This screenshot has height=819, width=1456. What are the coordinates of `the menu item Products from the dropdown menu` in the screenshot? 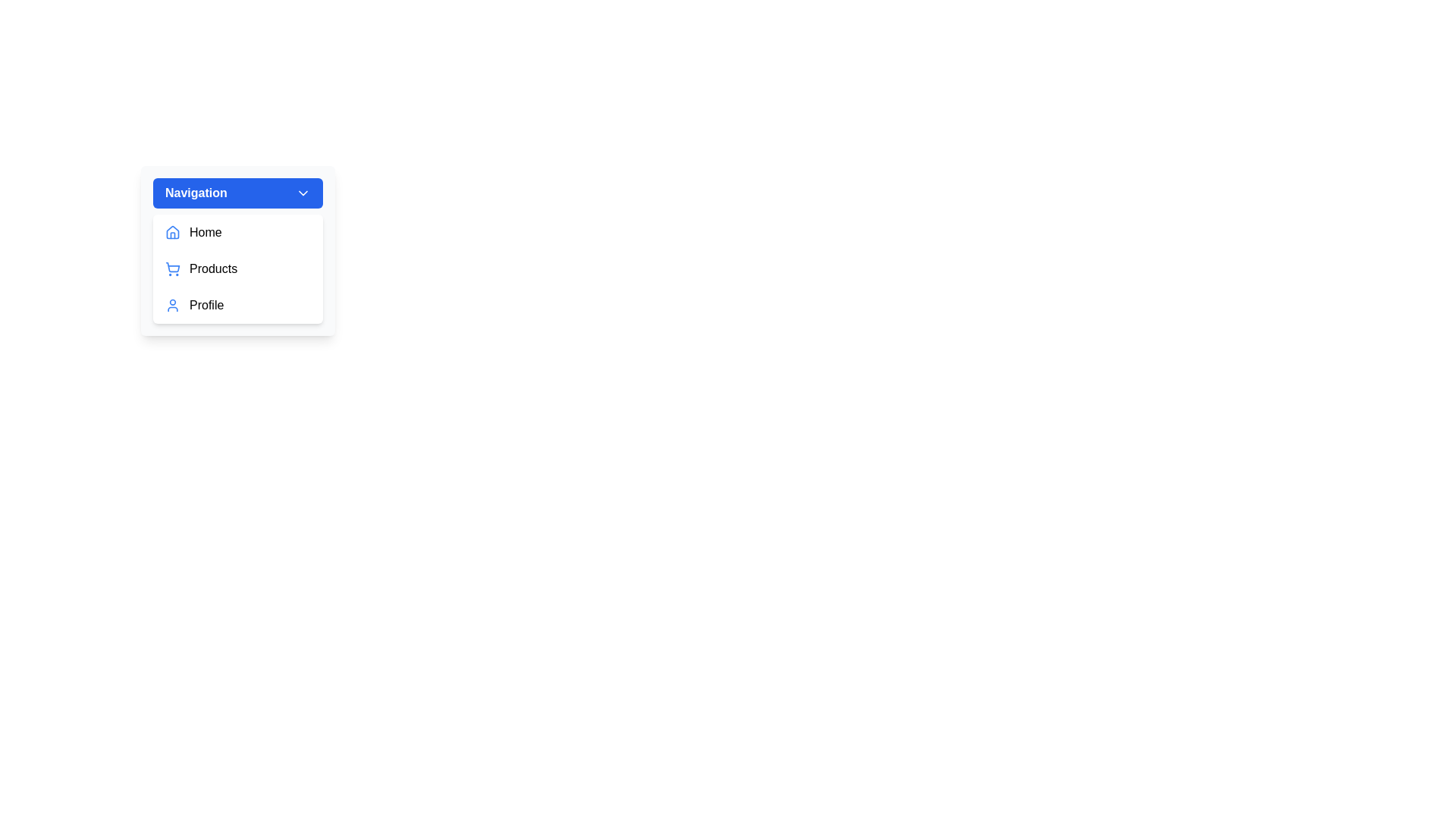 It's located at (237, 268).